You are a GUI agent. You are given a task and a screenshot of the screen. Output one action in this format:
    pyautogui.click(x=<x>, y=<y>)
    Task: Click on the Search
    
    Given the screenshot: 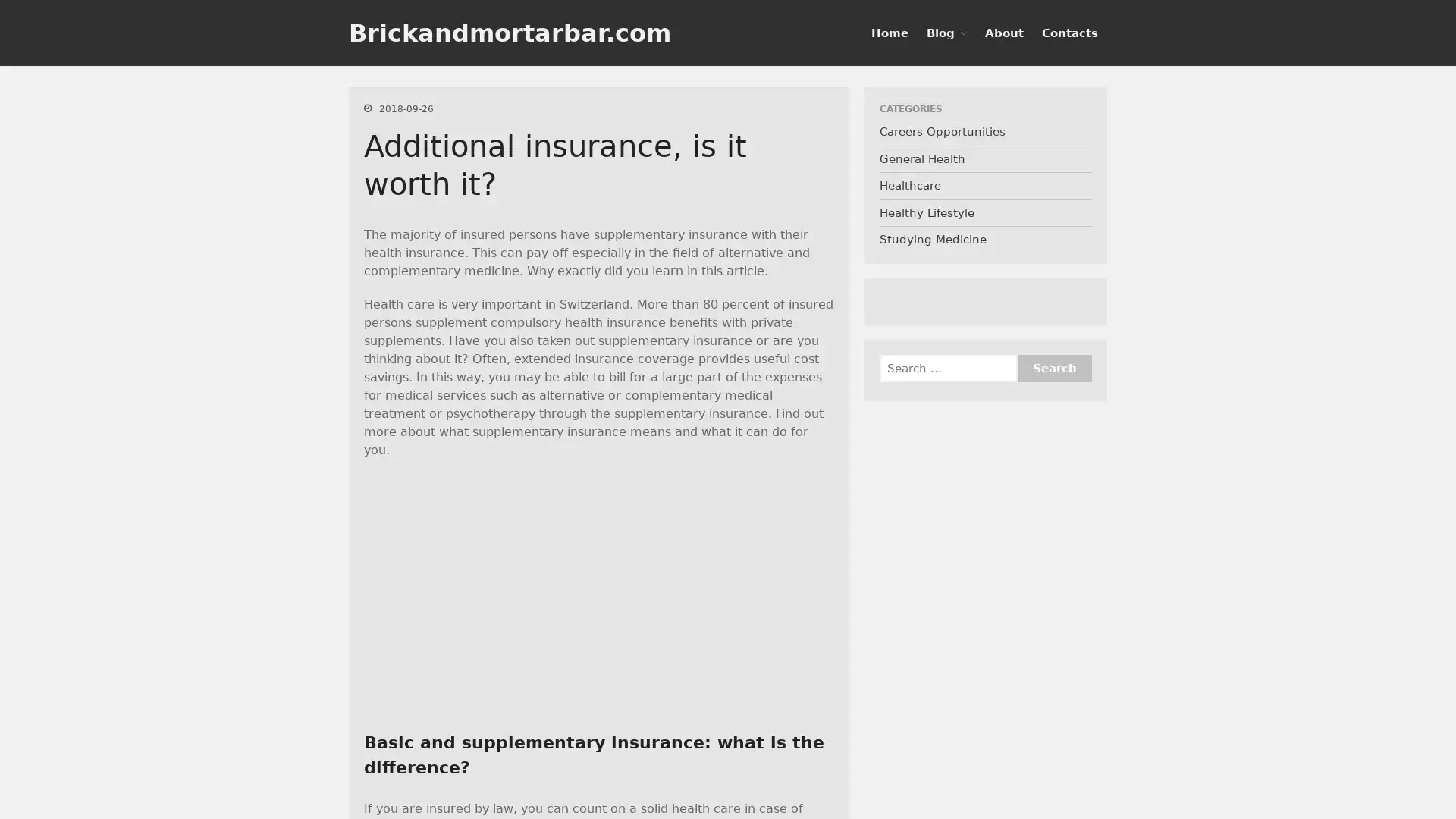 What is the action you would take?
    pyautogui.click(x=1053, y=369)
    